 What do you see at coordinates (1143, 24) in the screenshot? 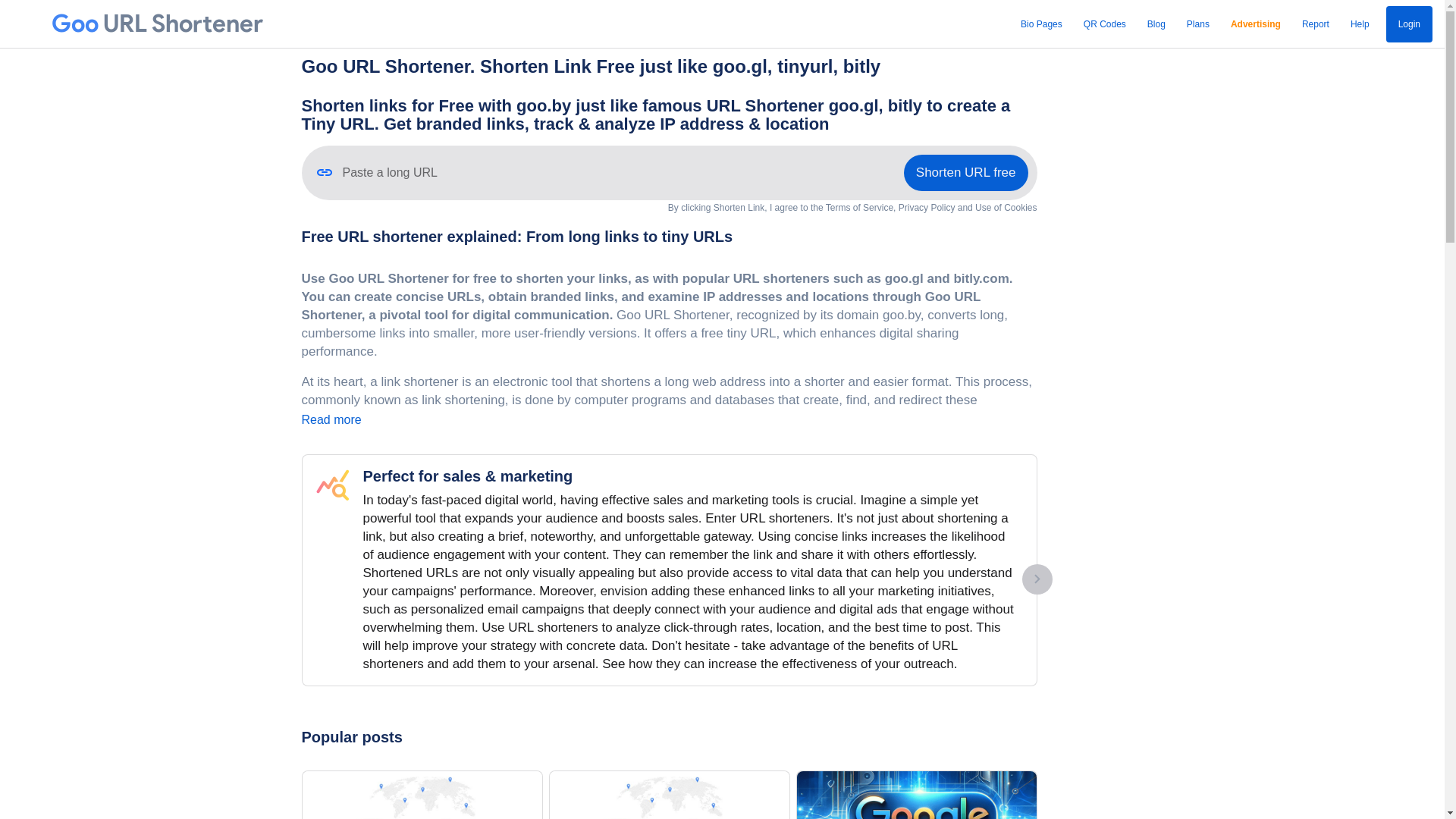
I see `'Blog'` at bounding box center [1143, 24].